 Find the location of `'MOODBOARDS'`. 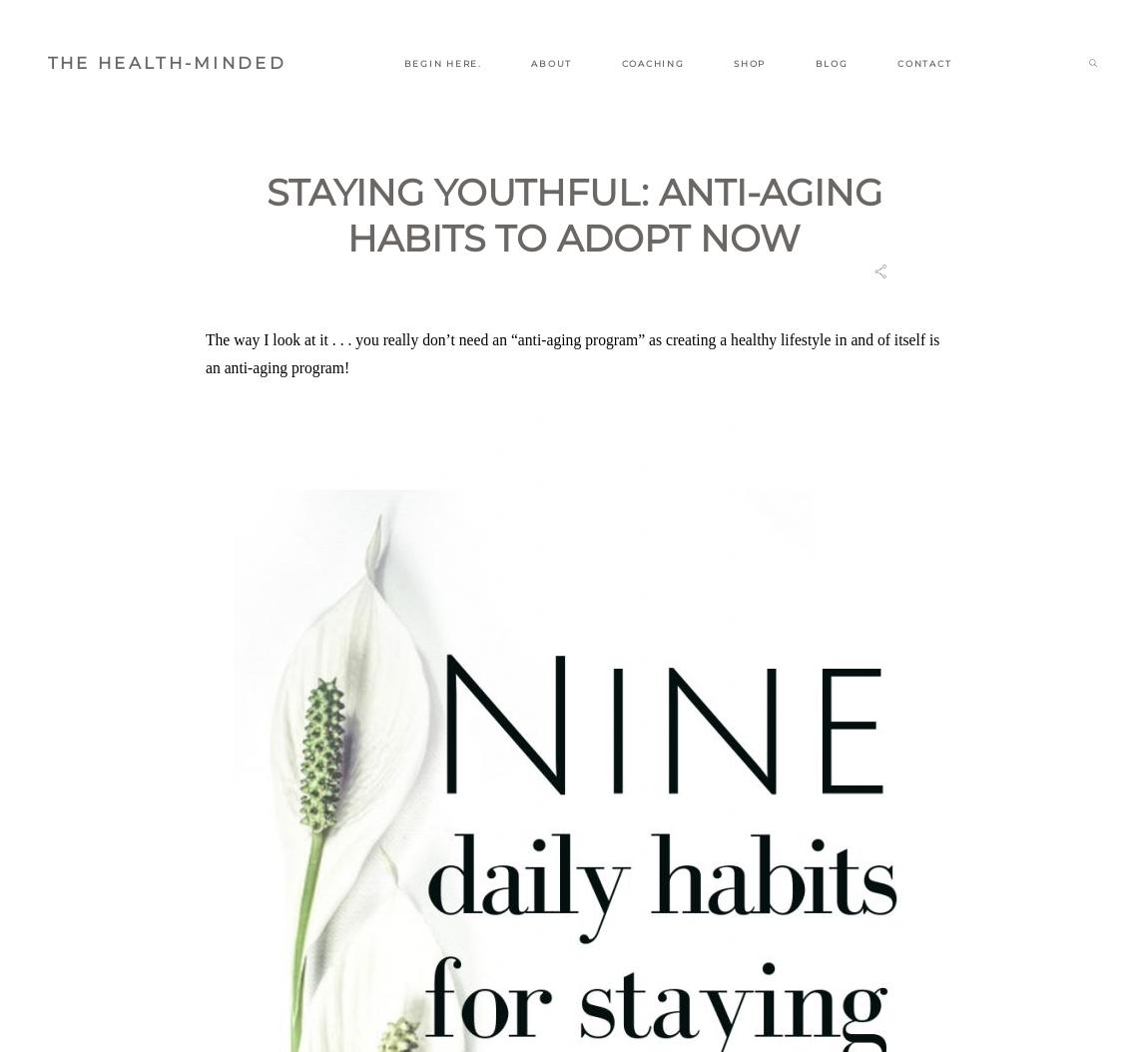

'MOODBOARDS' is located at coordinates (830, 145).